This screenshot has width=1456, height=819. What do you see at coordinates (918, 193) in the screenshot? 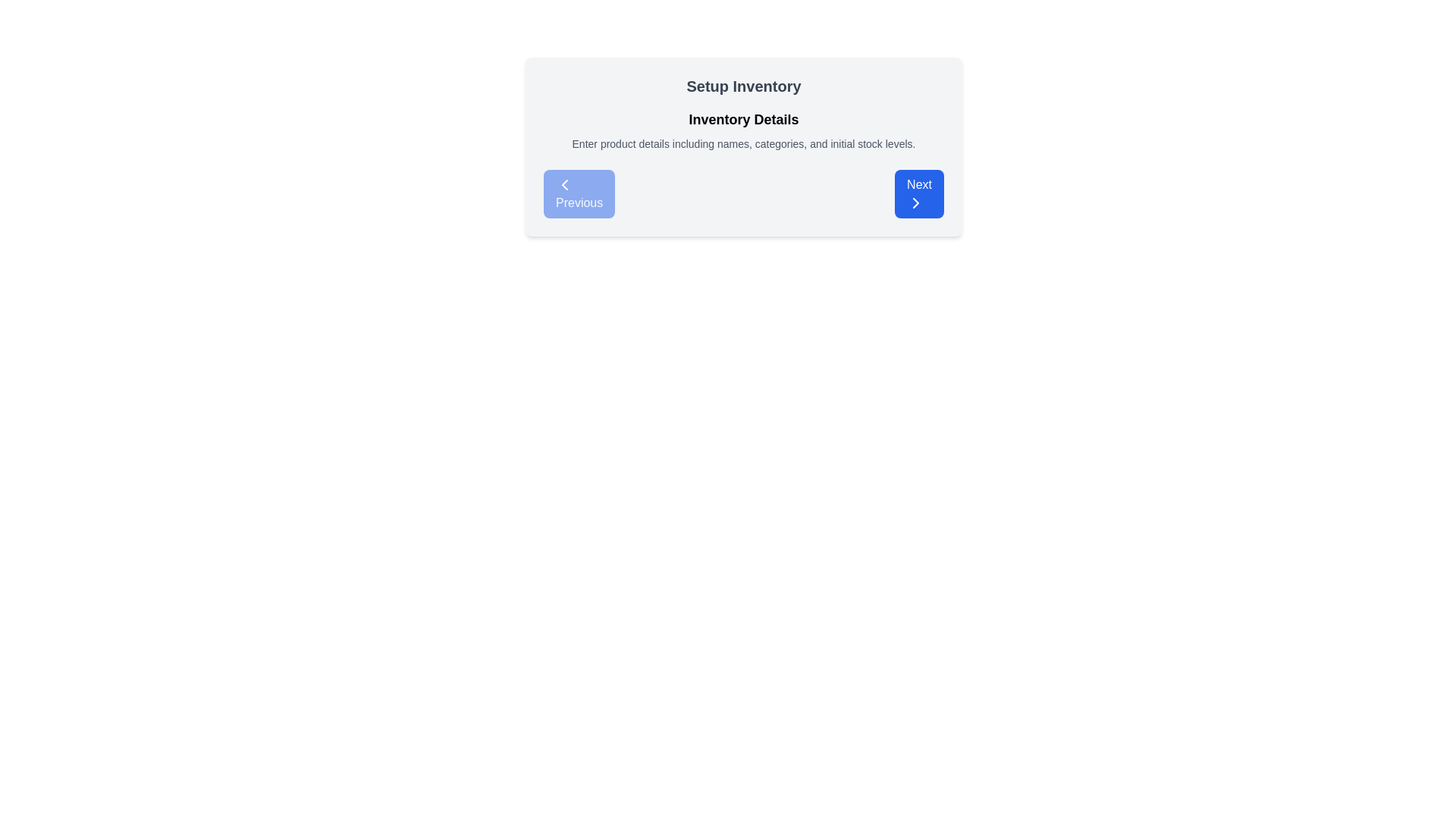
I see `the blue rectangular button labeled 'Next'` at bounding box center [918, 193].